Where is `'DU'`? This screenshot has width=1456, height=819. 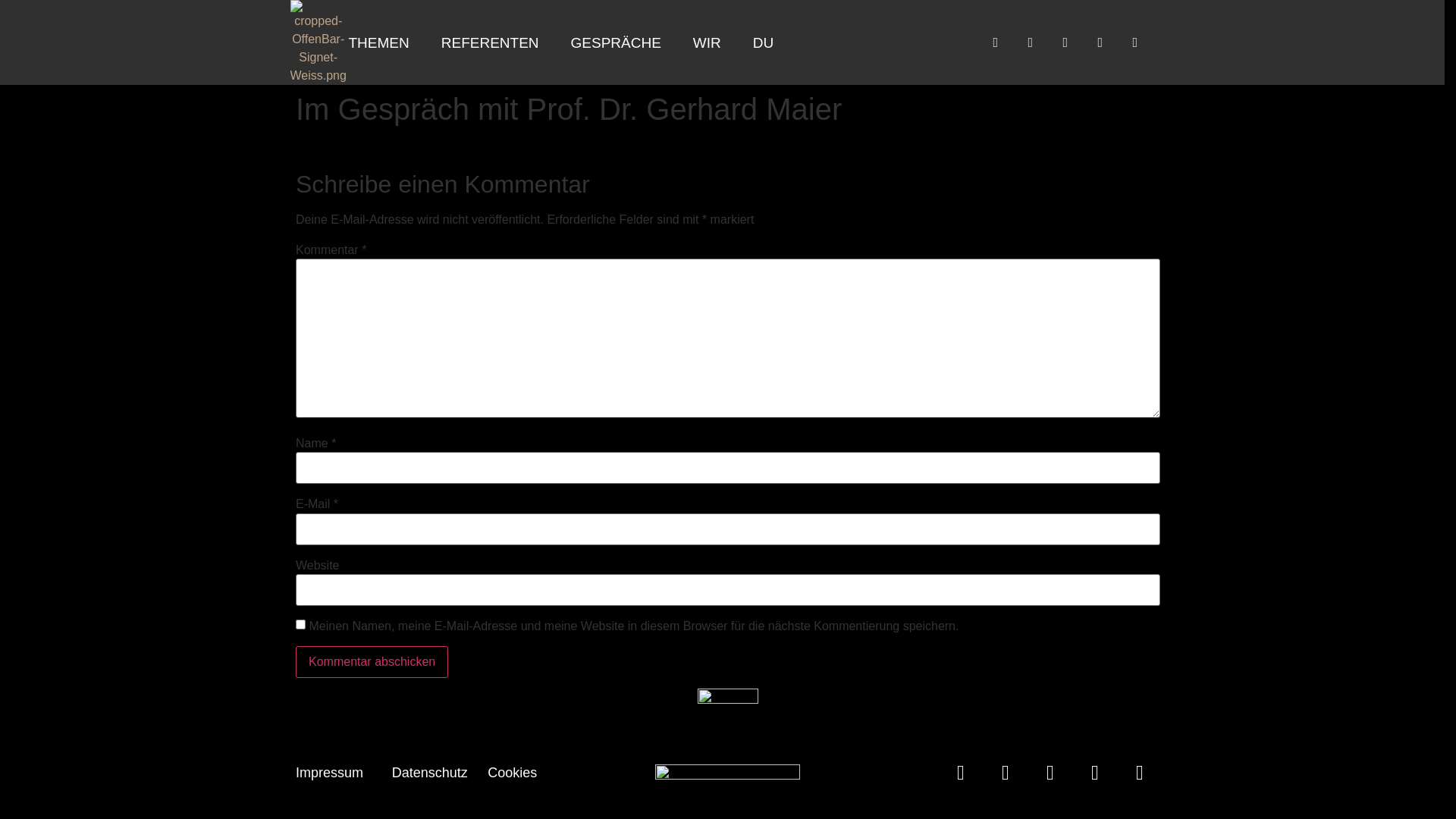
'DU' is located at coordinates (763, 42).